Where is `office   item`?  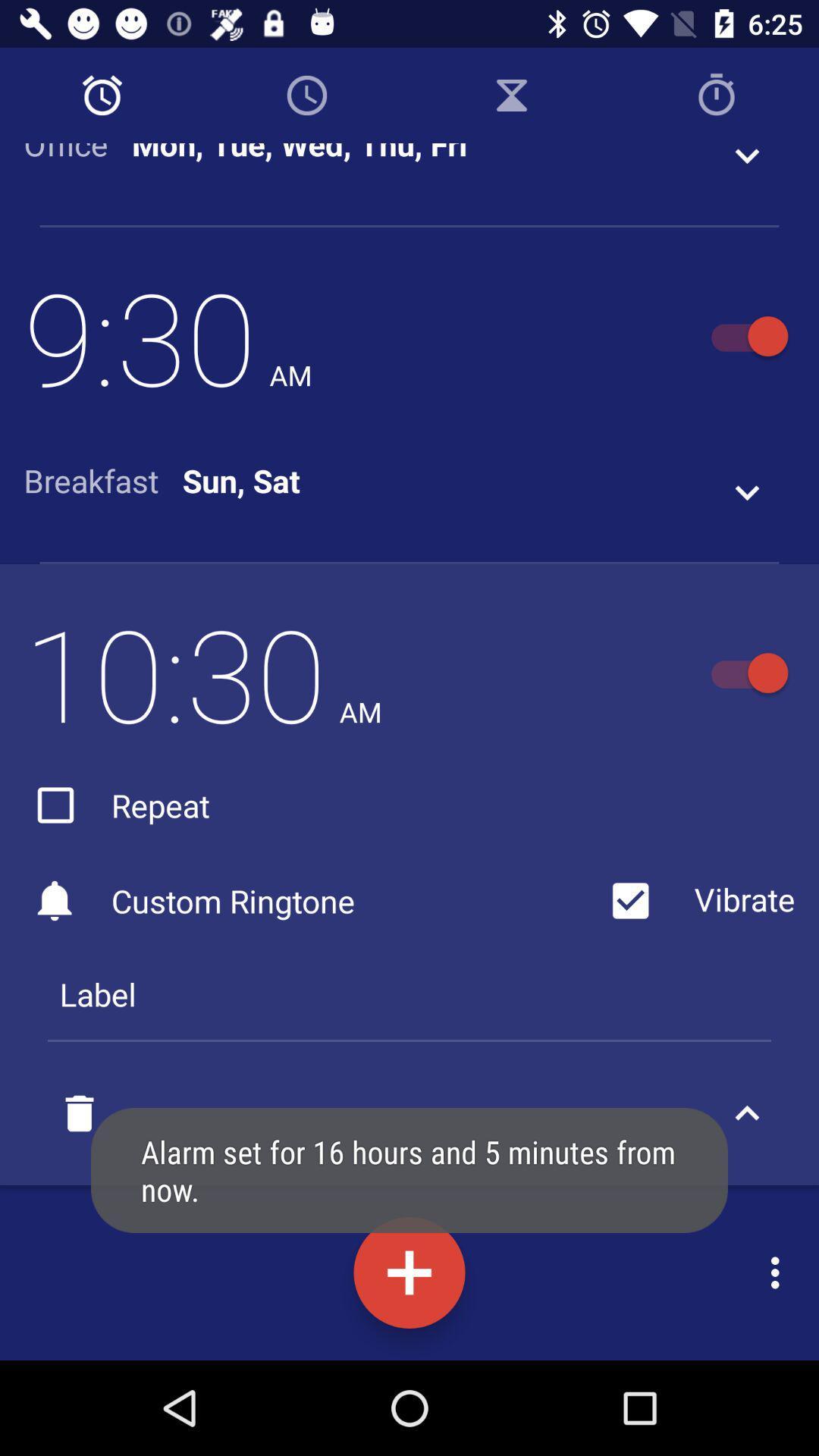 office   item is located at coordinates (77, 154).